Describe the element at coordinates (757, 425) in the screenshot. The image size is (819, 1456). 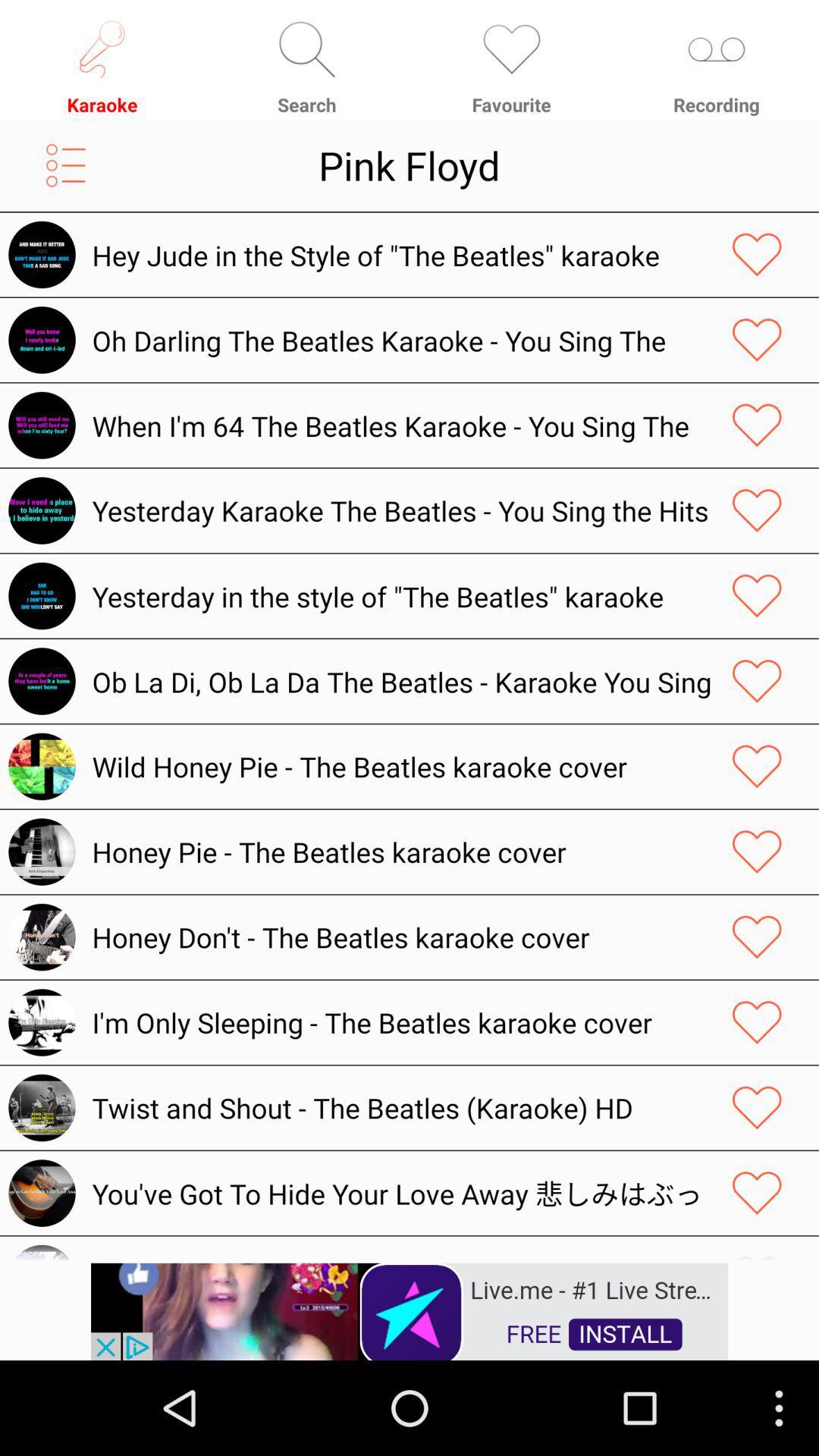
I see `like the song` at that location.